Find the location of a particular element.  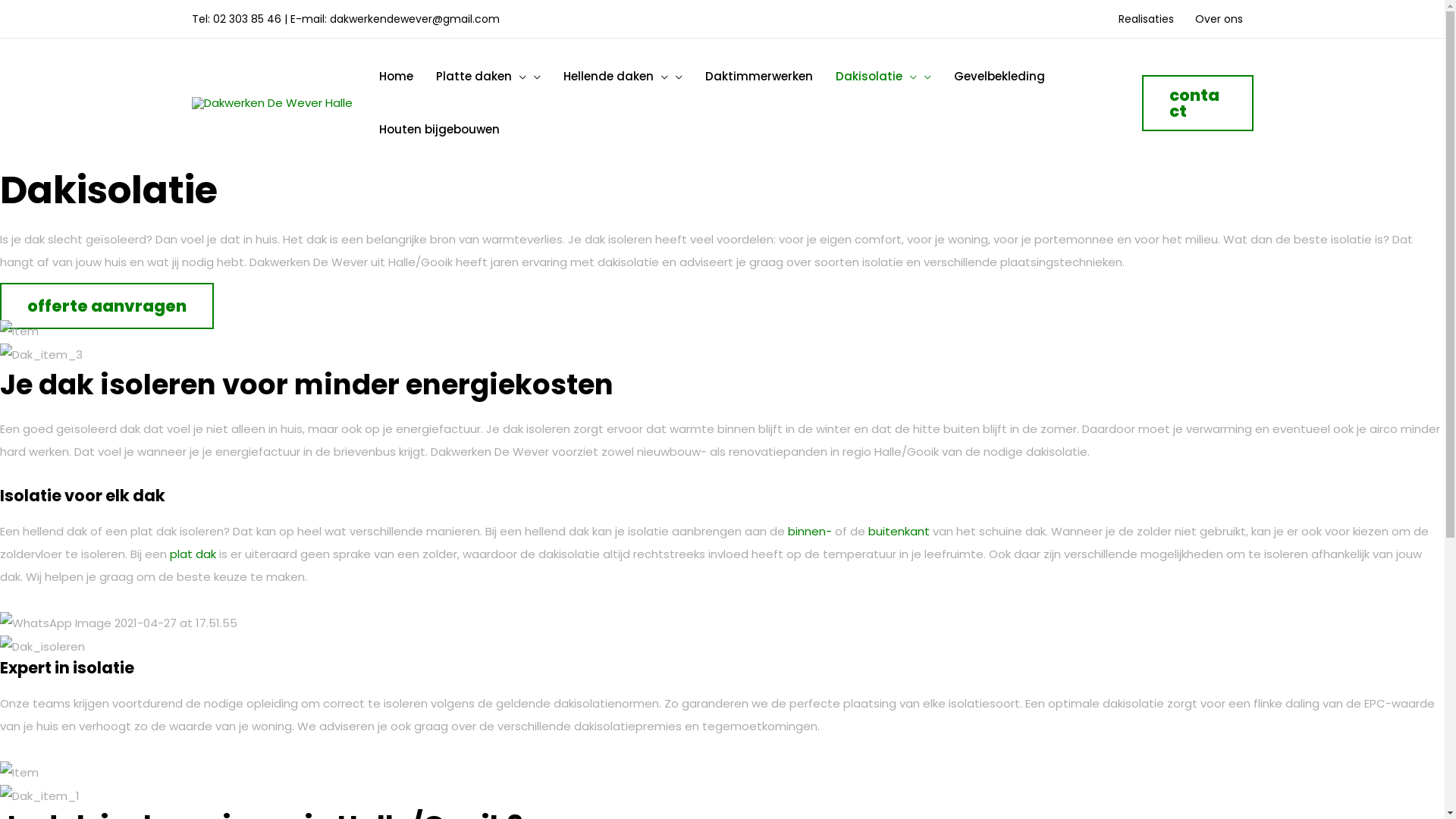

'Dak_isoleren' is located at coordinates (0, 646).